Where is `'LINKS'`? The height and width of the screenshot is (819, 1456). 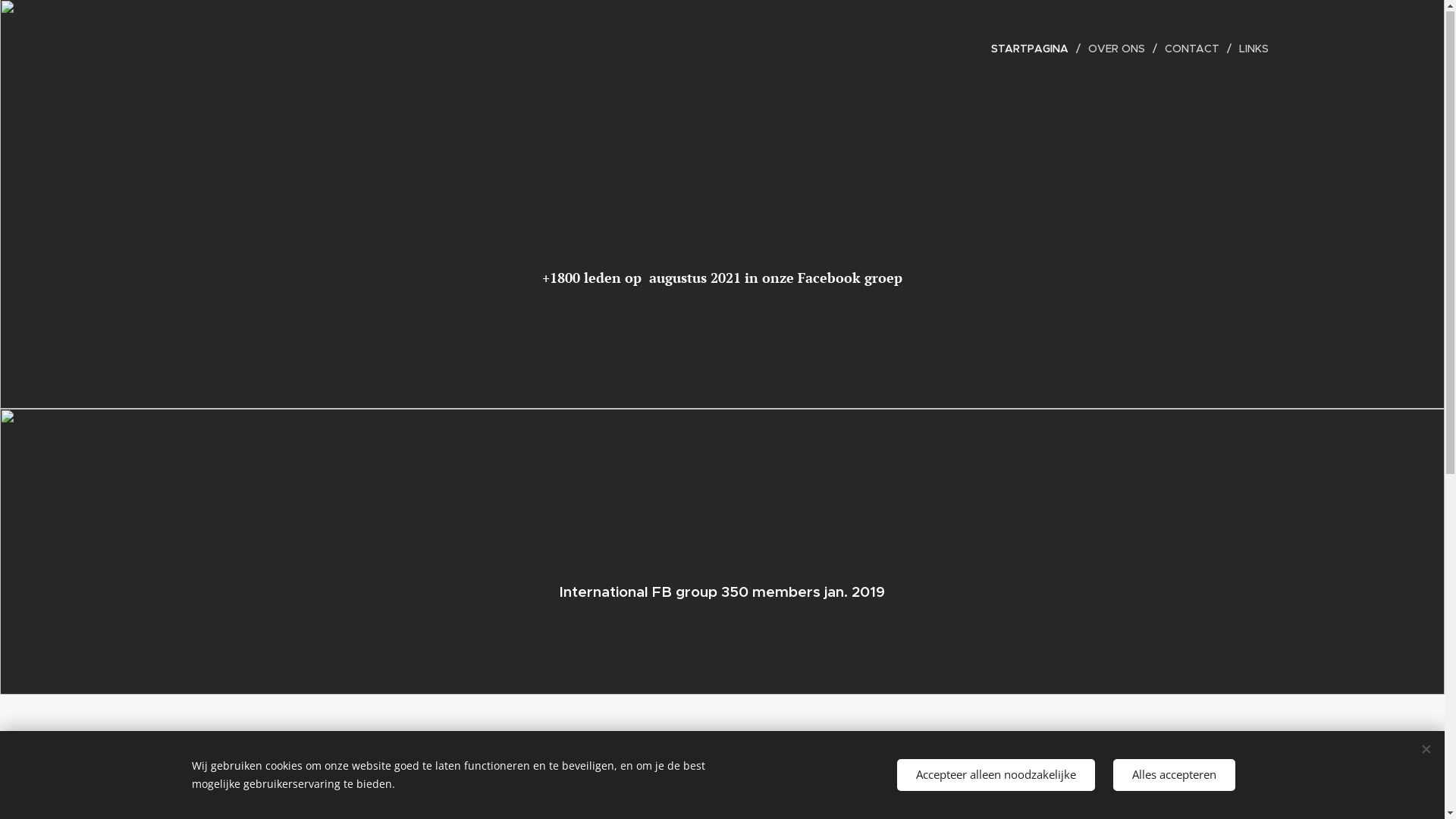 'LINKS' is located at coordinates (1250, 49).